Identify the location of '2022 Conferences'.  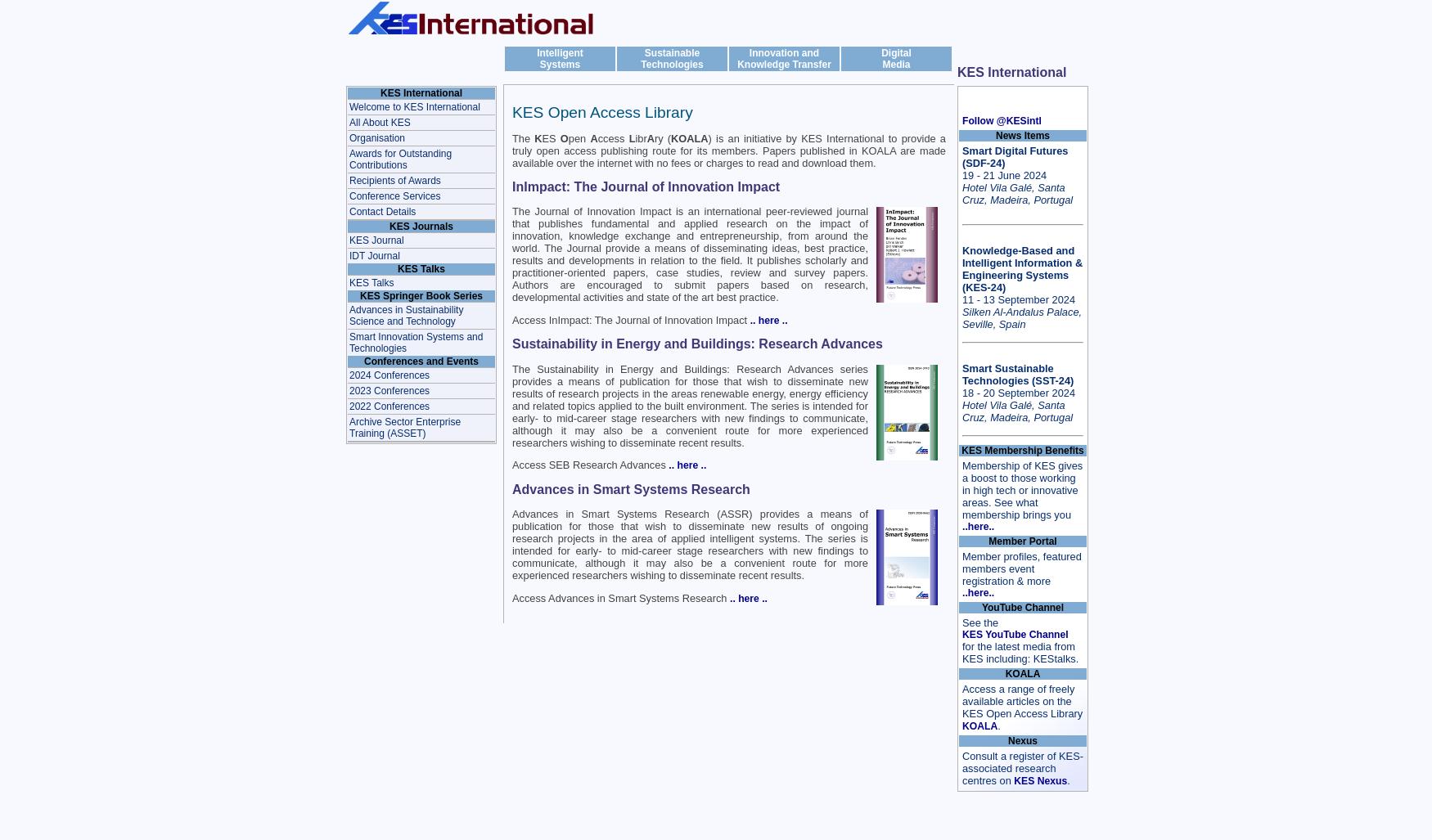
(390, 406).